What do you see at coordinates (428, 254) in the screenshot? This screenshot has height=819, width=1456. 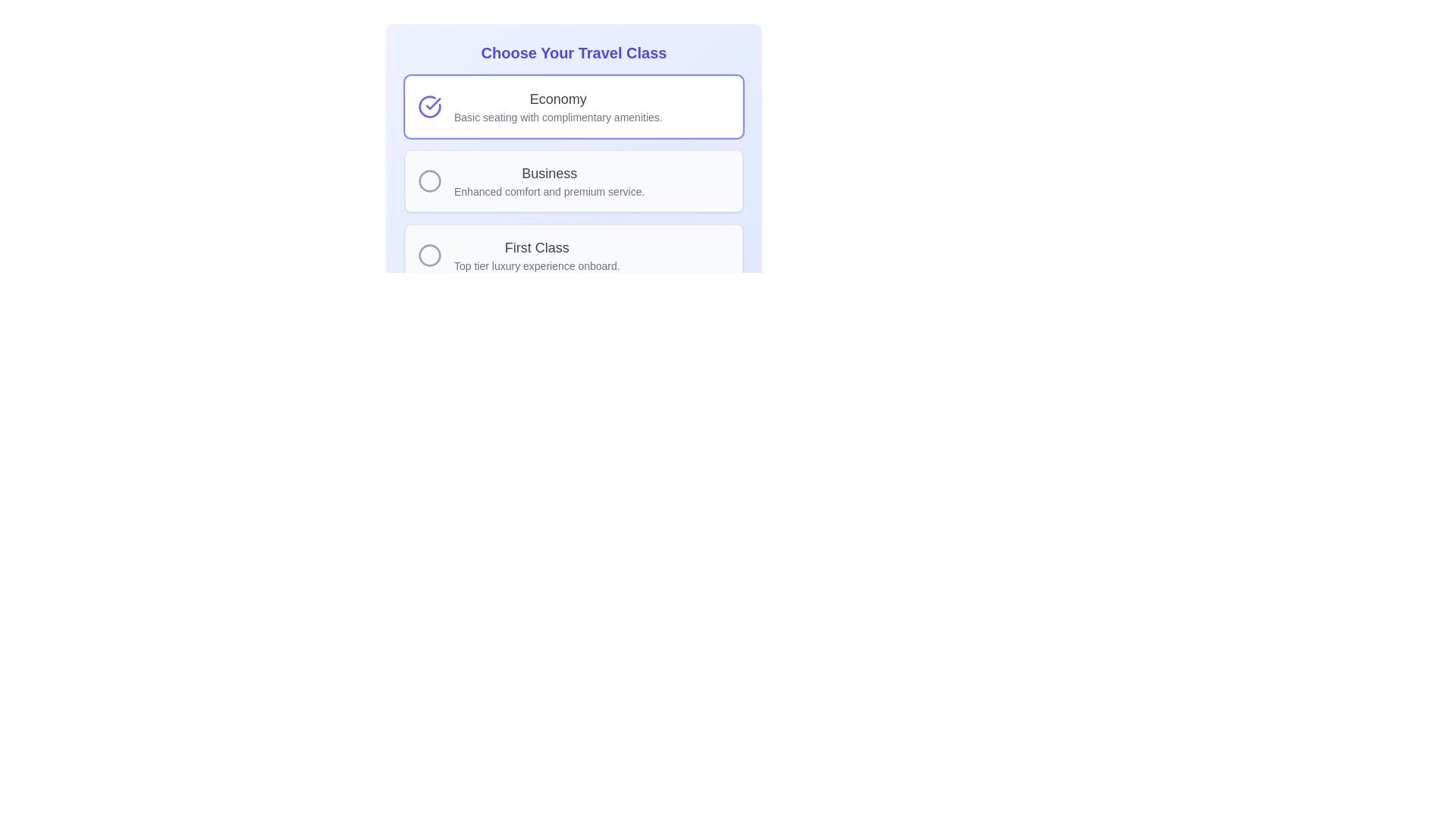 I see `the 'First Class' radio button` at bounding box center [428, 254].